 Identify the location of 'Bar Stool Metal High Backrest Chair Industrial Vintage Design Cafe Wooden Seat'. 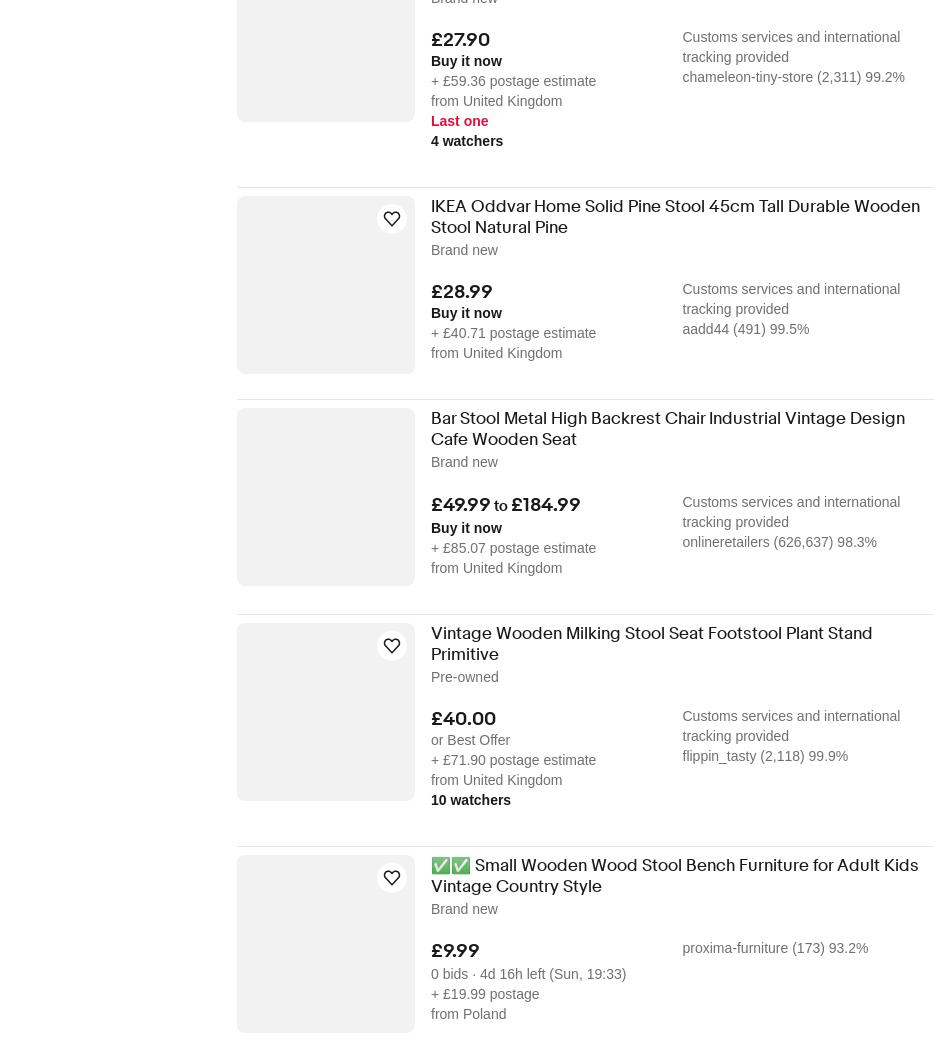
(430, 428).